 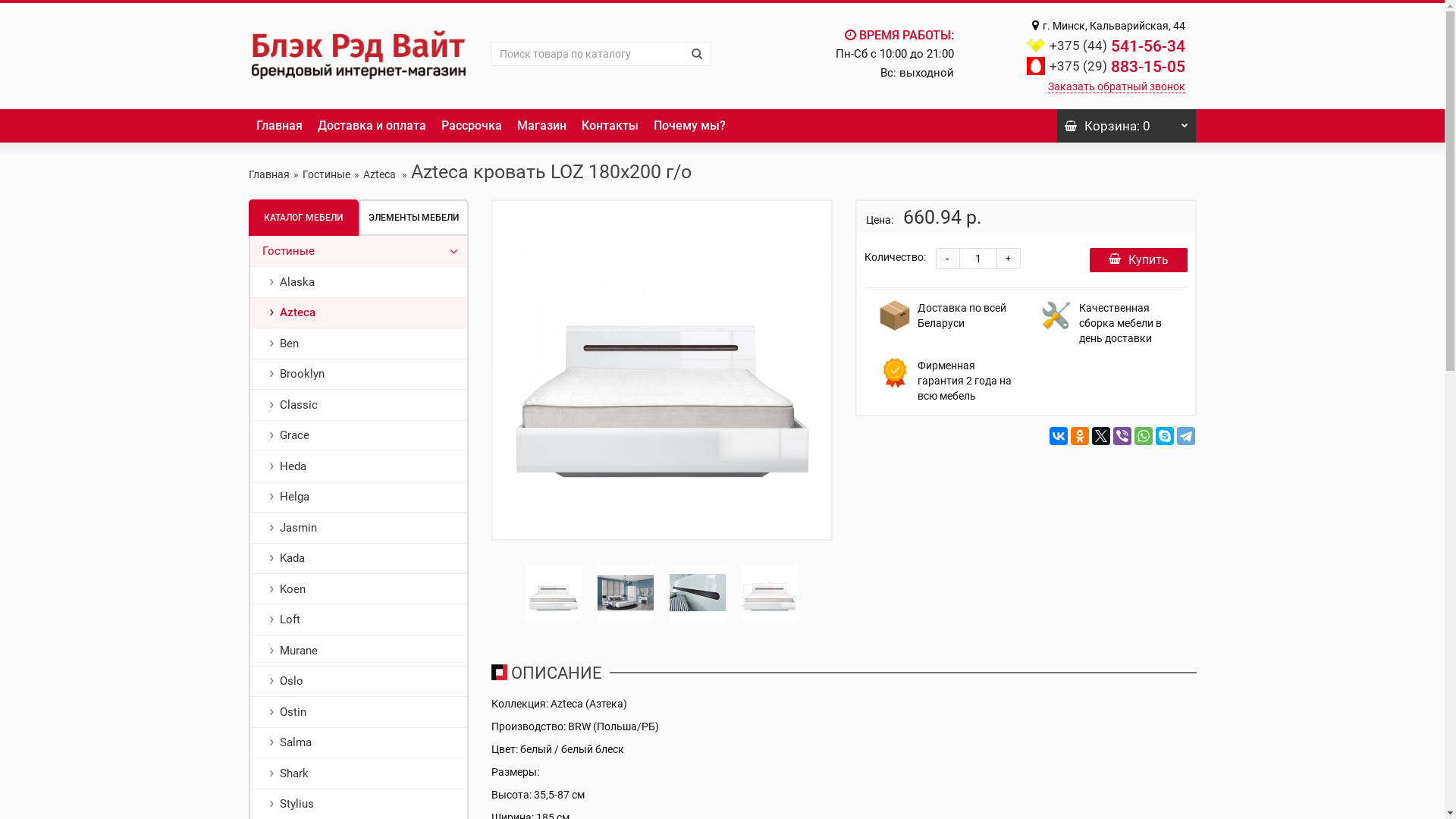 What do you see at coordinates (358, 55) in the screenshot?
I see `'Black Red White'` at bounding box center [358, 55].